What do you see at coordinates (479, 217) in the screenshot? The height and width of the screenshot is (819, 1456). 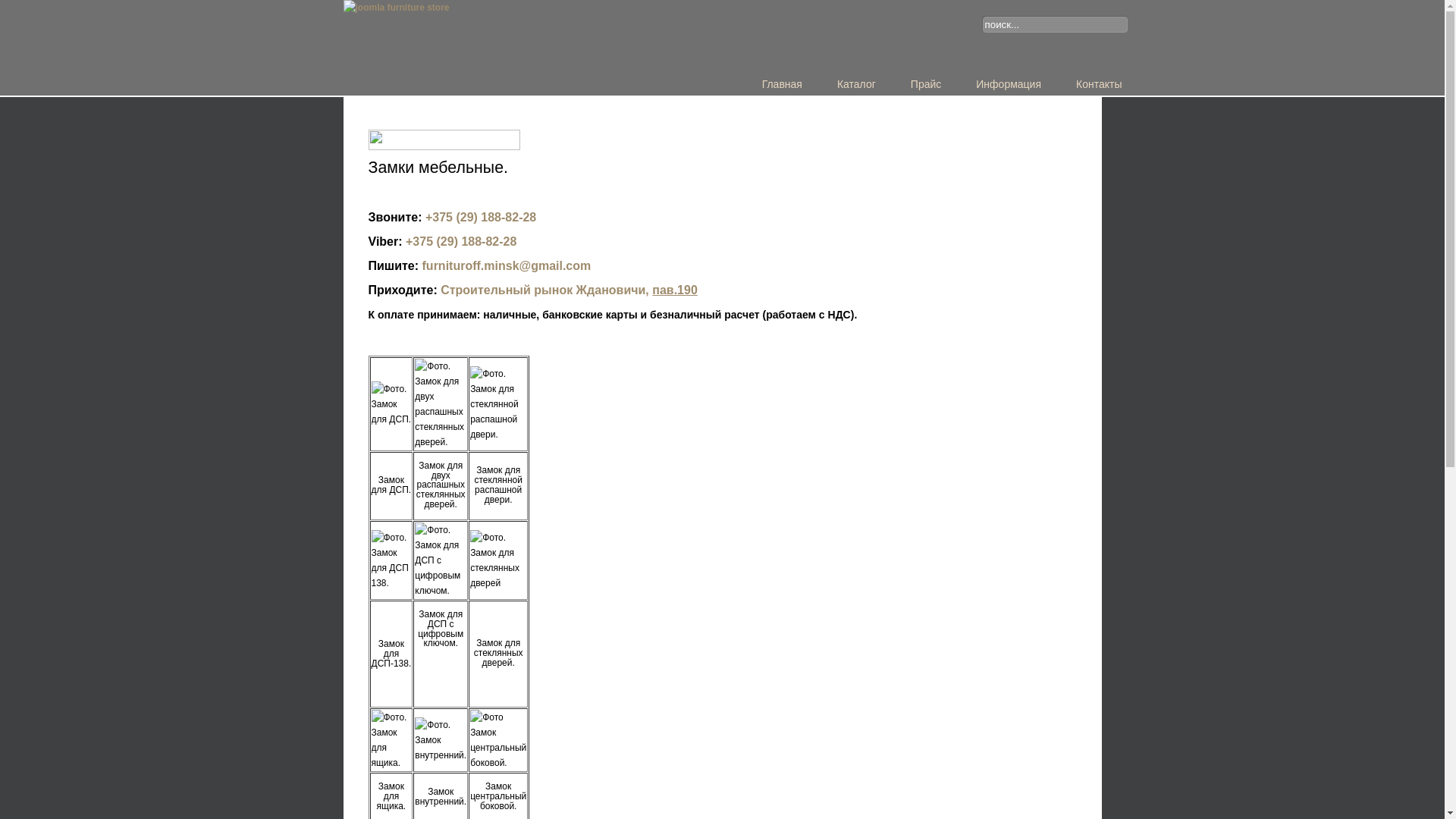 I see `'+375 (29) 188-82-28'` at bounding box center [479, 217].